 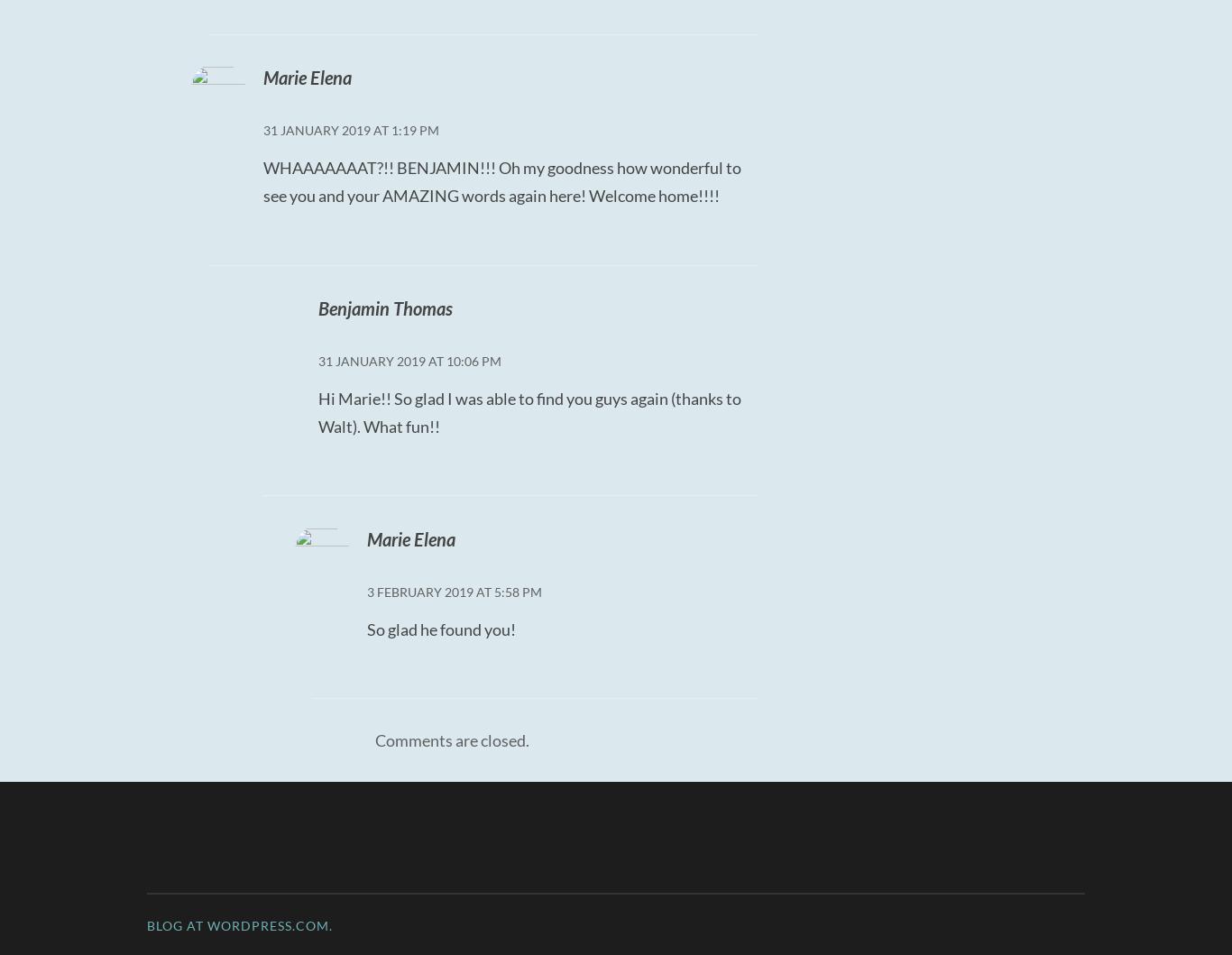 What do you see at coordinates (408, 360) in the screenshot?
I see `'31 January 2019 at 10:06 PM'` at bounding box center [408, 360].